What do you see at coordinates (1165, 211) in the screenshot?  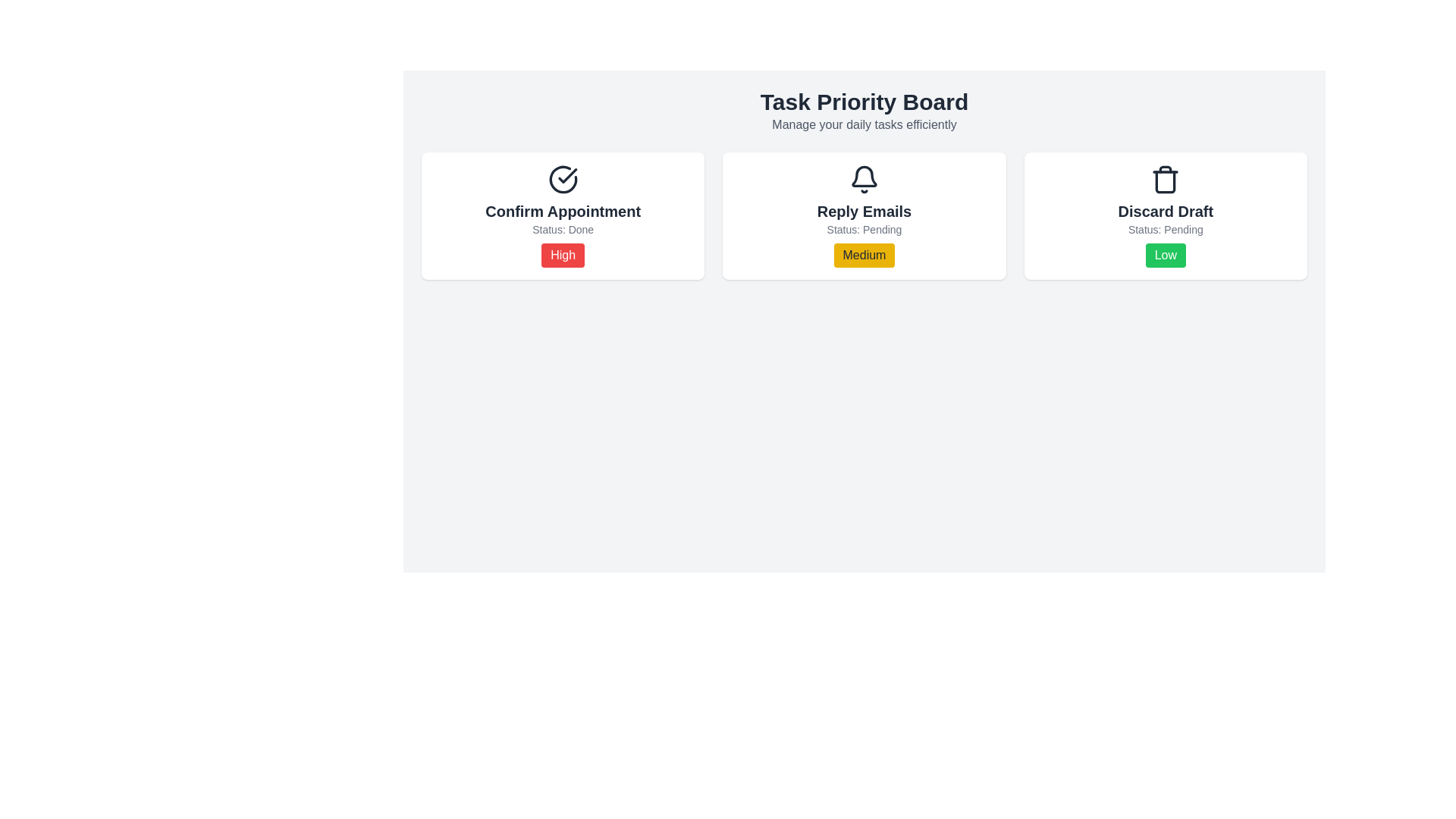 I see `the 'Discard Draft.' text label, which is styled in bold and larger font, centrally placed in the rightmost card below the trash icon` at bounding box center [1165, 211].